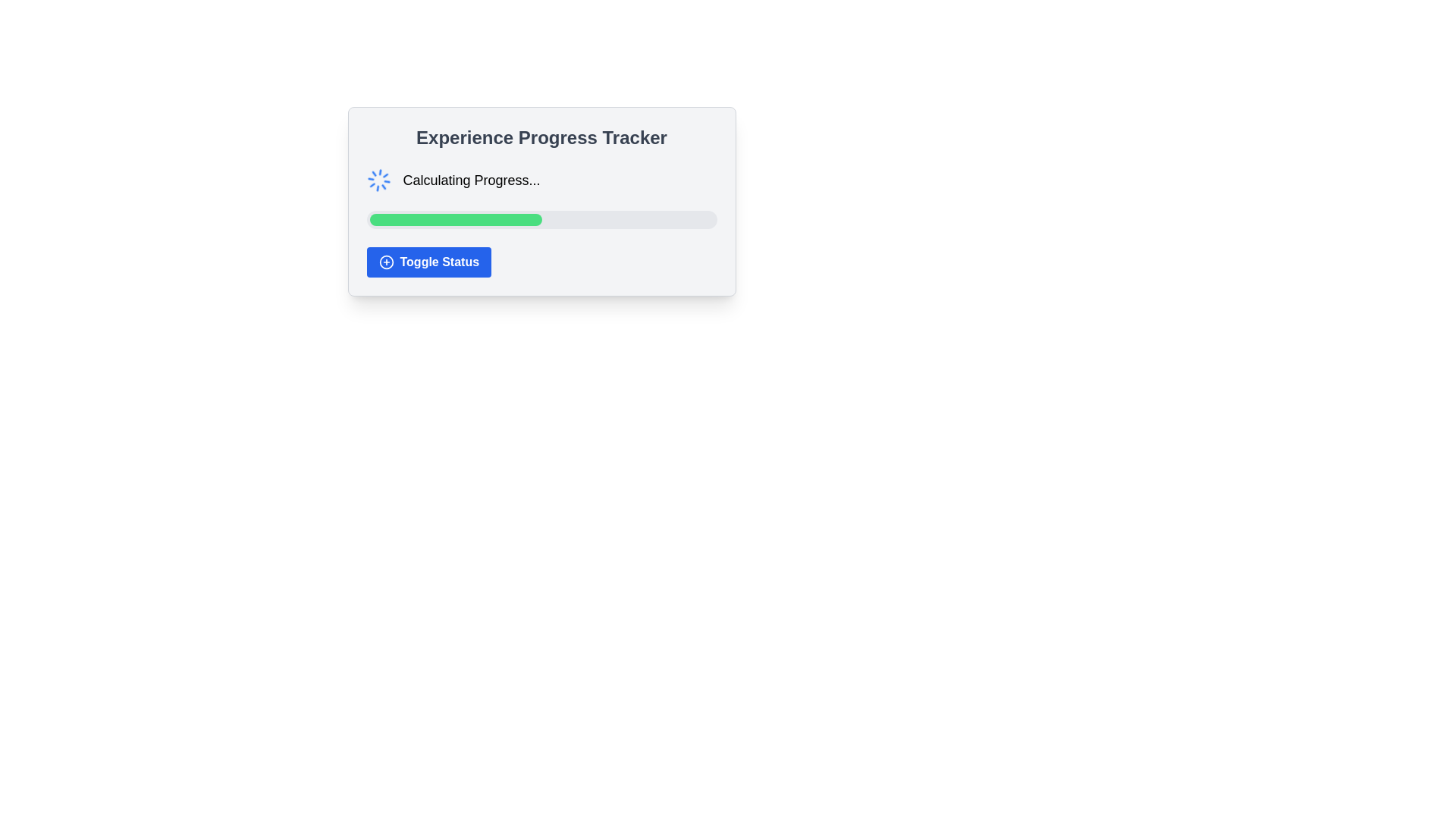  Describe the element at coordinates (471, 180) in the screenshot. I see `the status information text label located centrally in the progress tracker interface, positioned to the right of a spinning loader icon` at that location.